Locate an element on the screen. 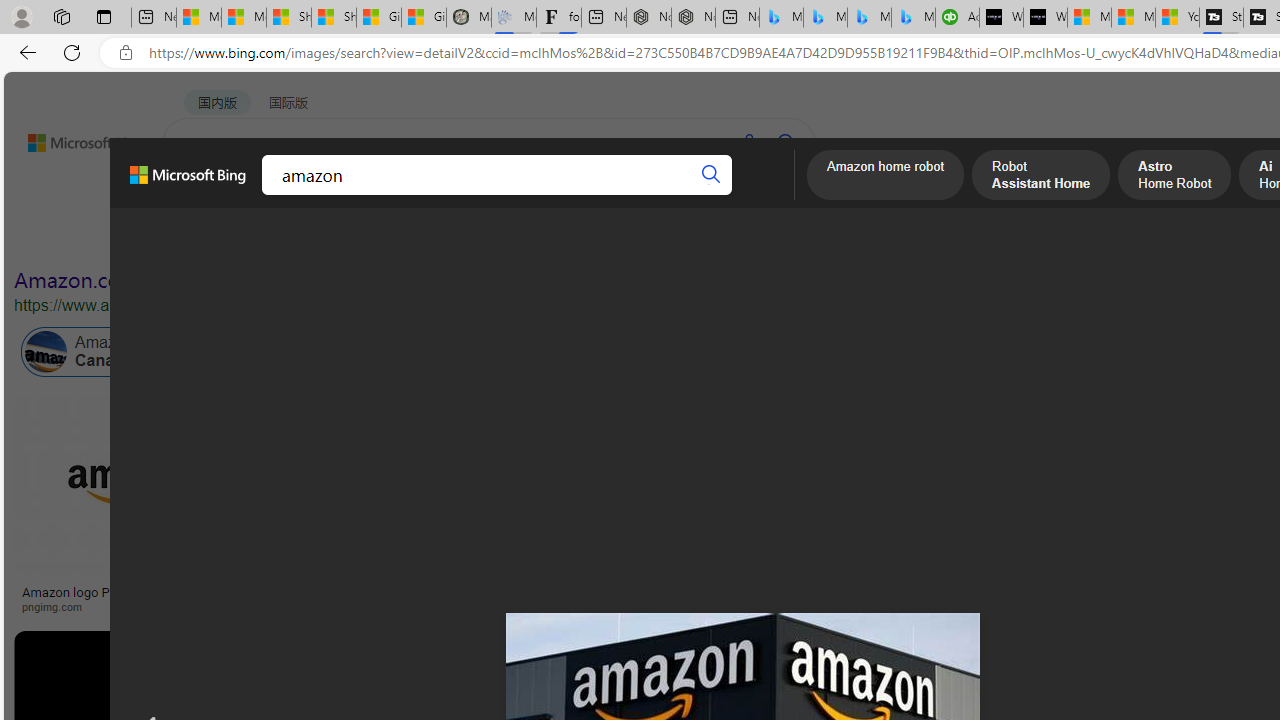  'Search using voice' is located at coordinates (747, 141).